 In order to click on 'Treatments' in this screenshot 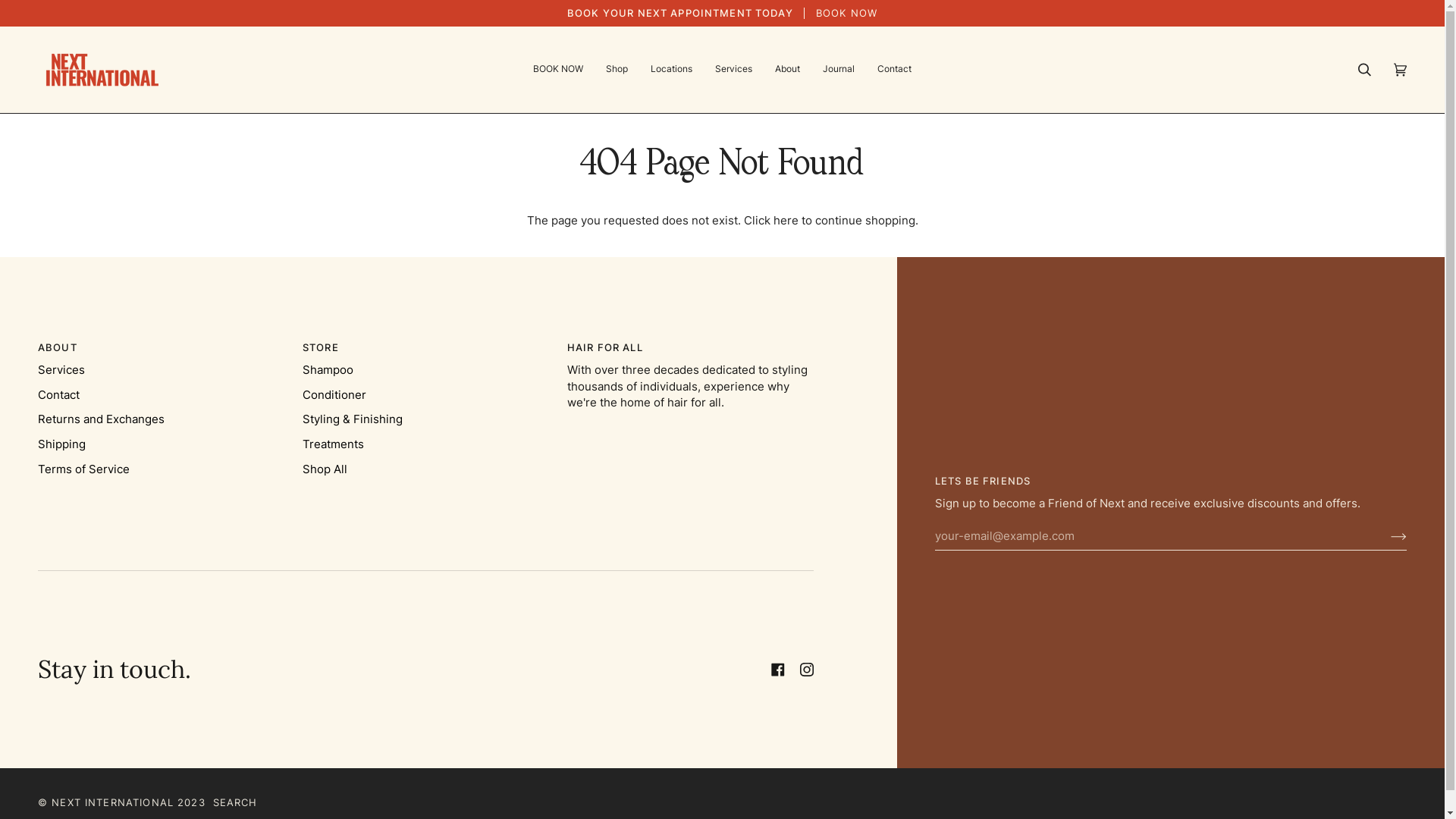, I will do `click(332, 444)`.